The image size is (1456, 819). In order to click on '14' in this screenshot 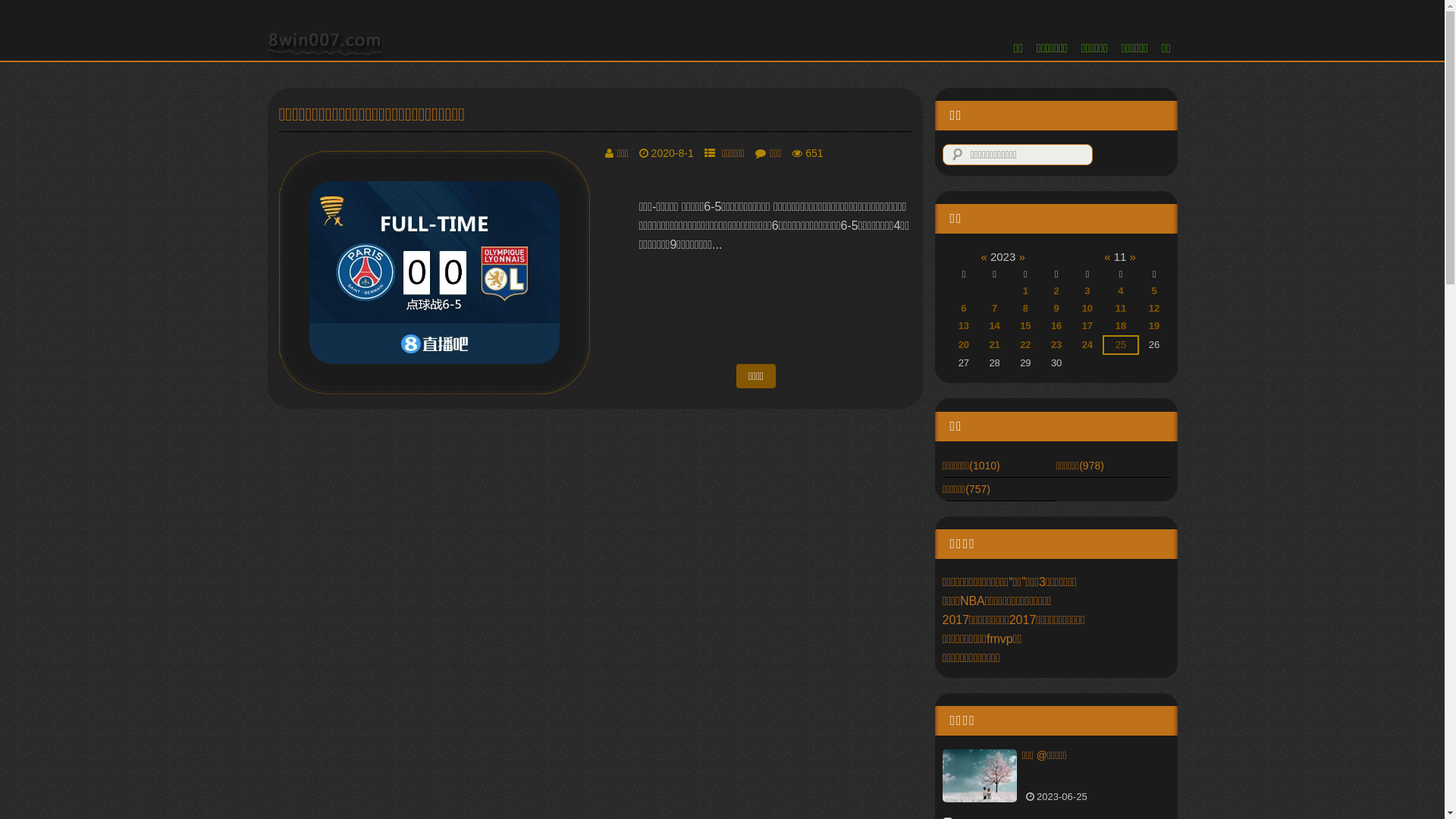, I will do `click(993, 325)`.